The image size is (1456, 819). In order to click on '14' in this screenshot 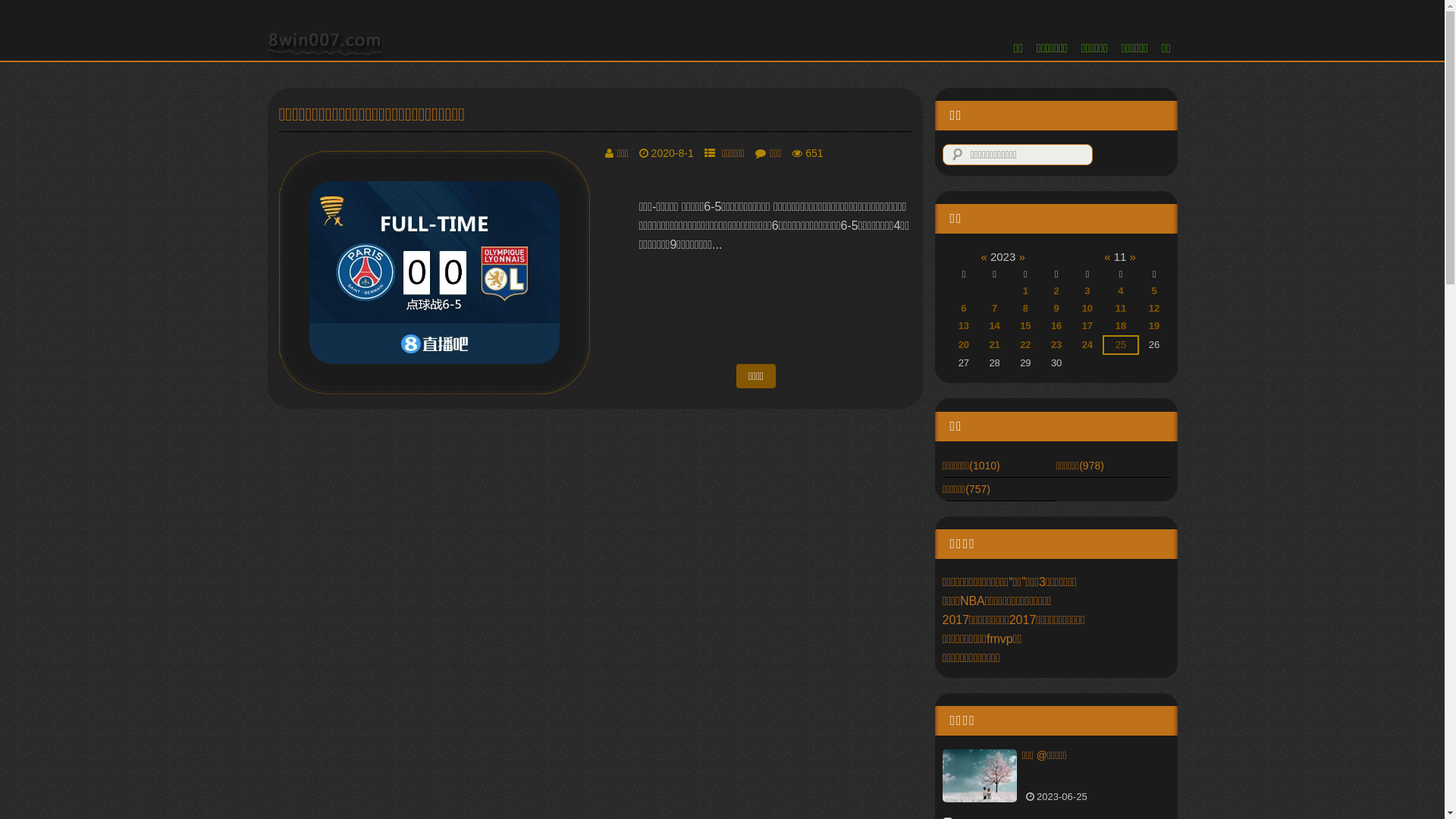, I will do `click(993, 325)`.